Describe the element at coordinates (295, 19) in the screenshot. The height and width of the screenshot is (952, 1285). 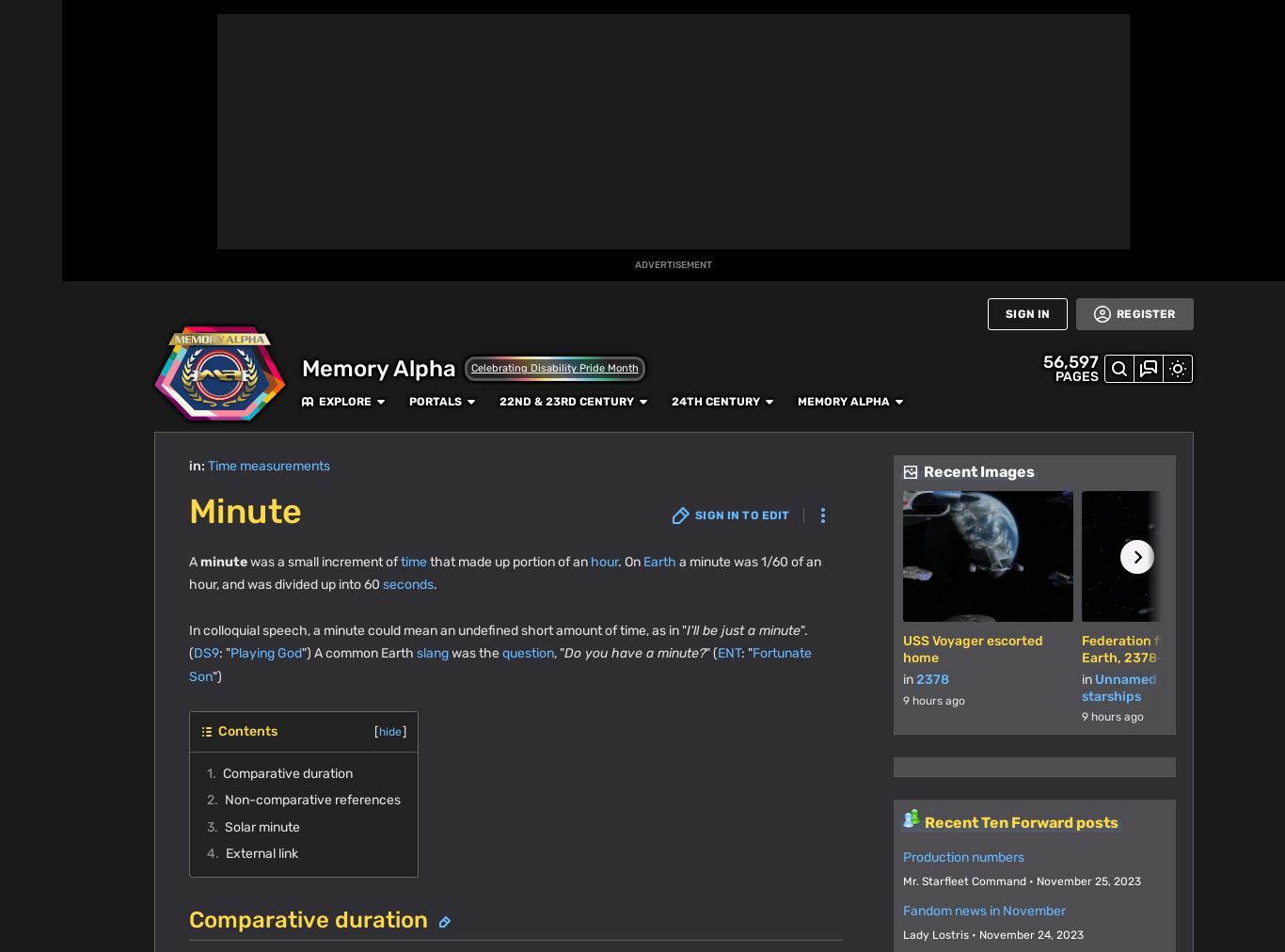
I see `'Explore'` at that location.